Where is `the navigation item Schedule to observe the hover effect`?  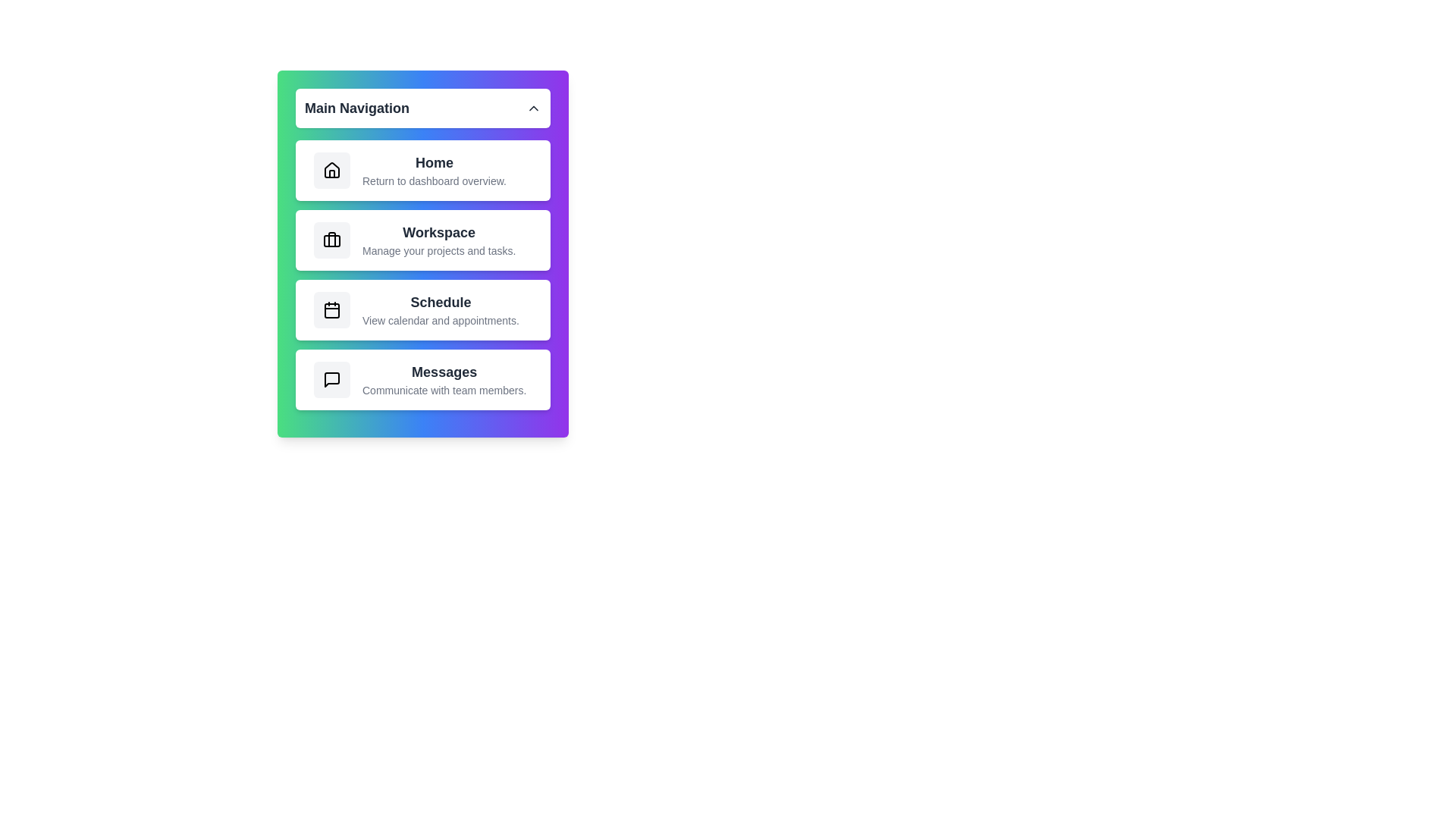 the navigation item Schedule to observe the hover effect is located at coordinates (422, 309).